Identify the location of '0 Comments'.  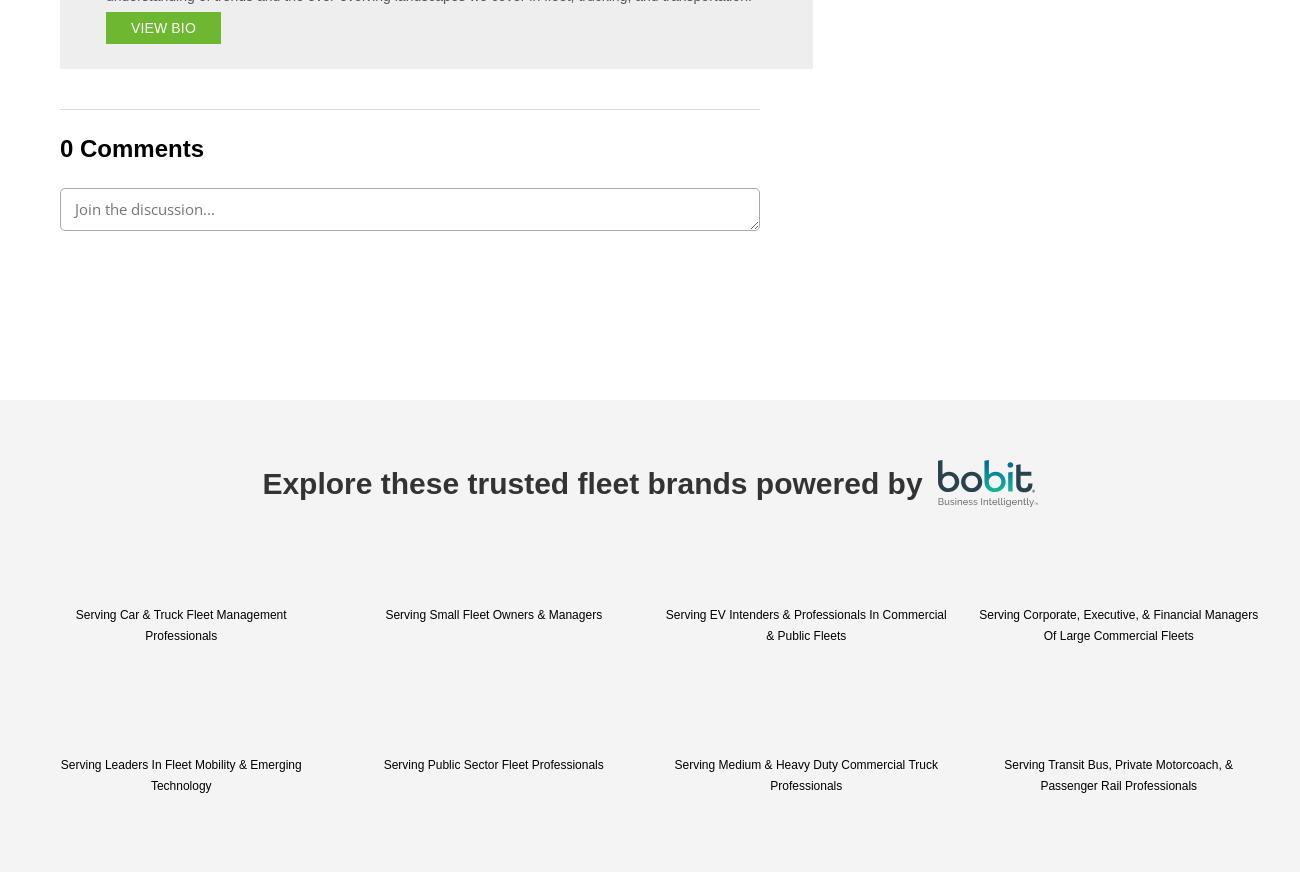
(130, 147).